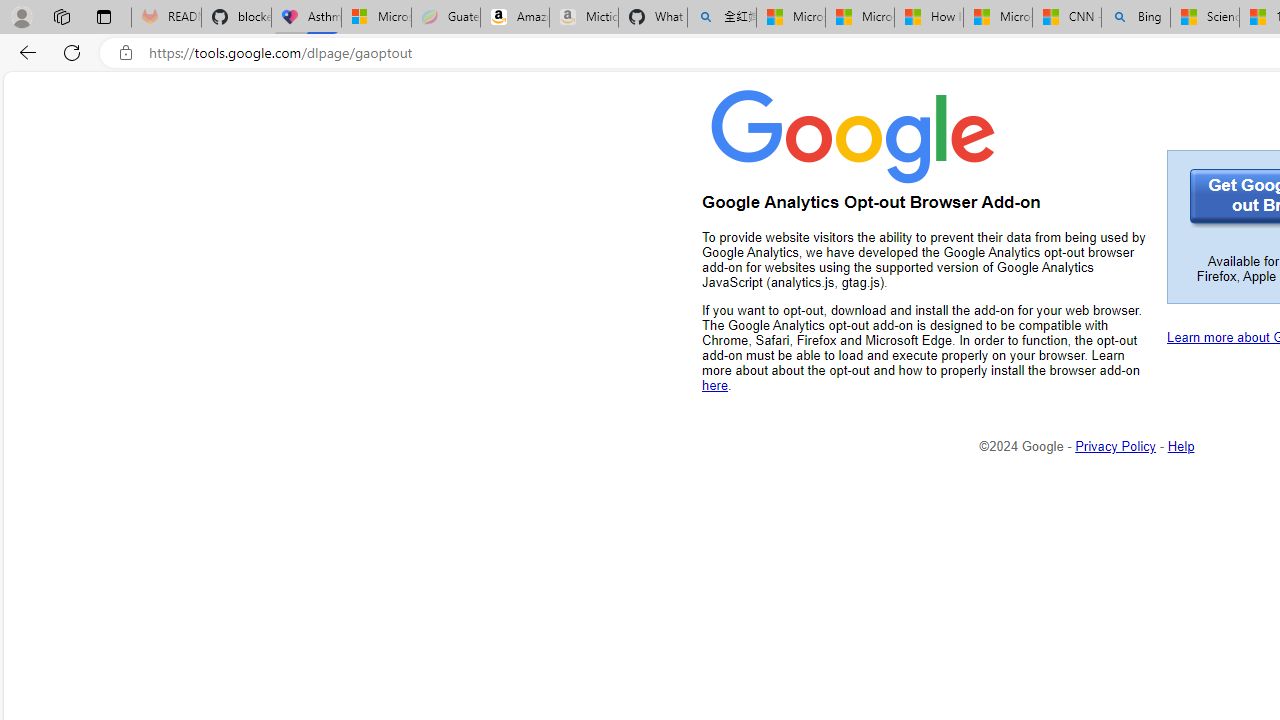 The width and height of the screenshot is (1280, 720). Describe the element at coordinates (1181, 445) in the screenshot. I see `'Help'` at that location.